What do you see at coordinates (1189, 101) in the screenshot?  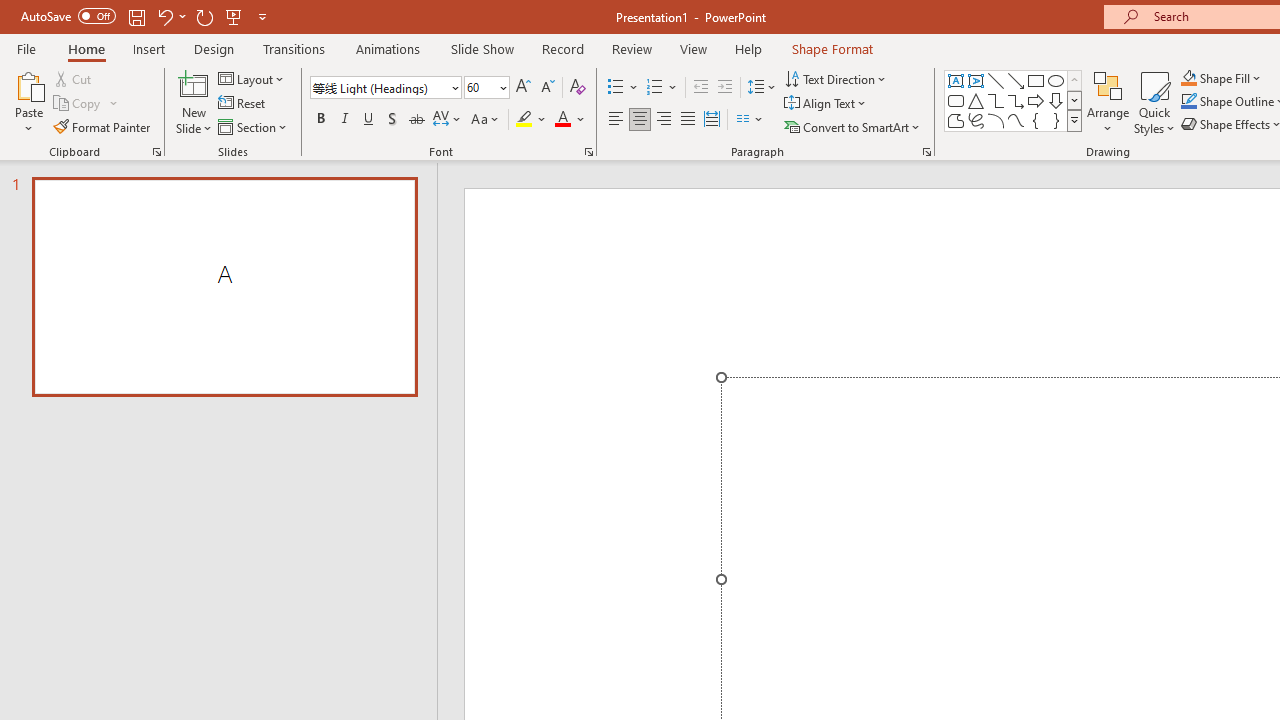 I see `'Shape Outline Blue, Accent 1'` at bounding box center [1189, 101].